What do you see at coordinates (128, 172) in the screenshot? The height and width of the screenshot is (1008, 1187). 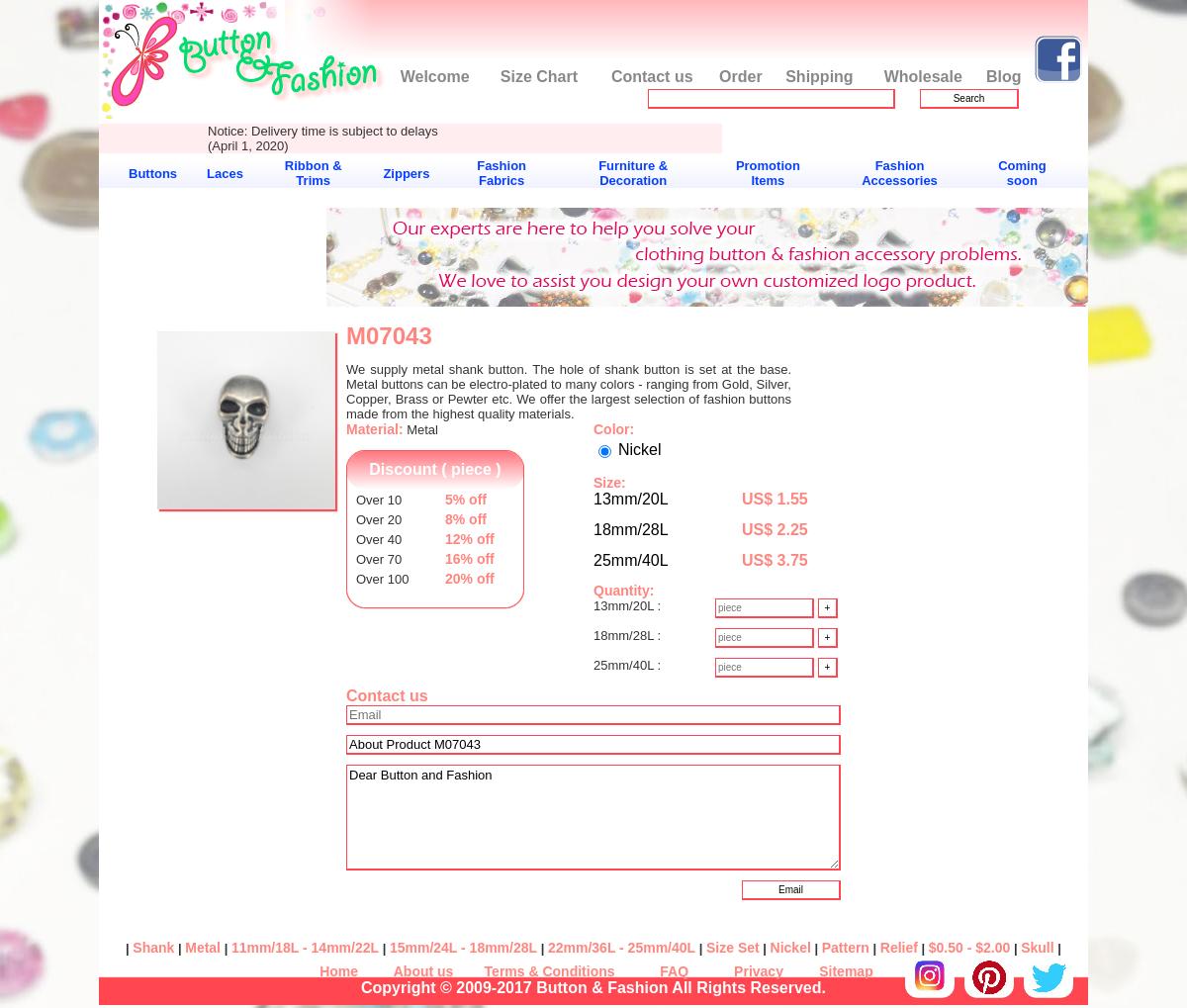 I see `'Buttons'` at bounding box center [128, 172].